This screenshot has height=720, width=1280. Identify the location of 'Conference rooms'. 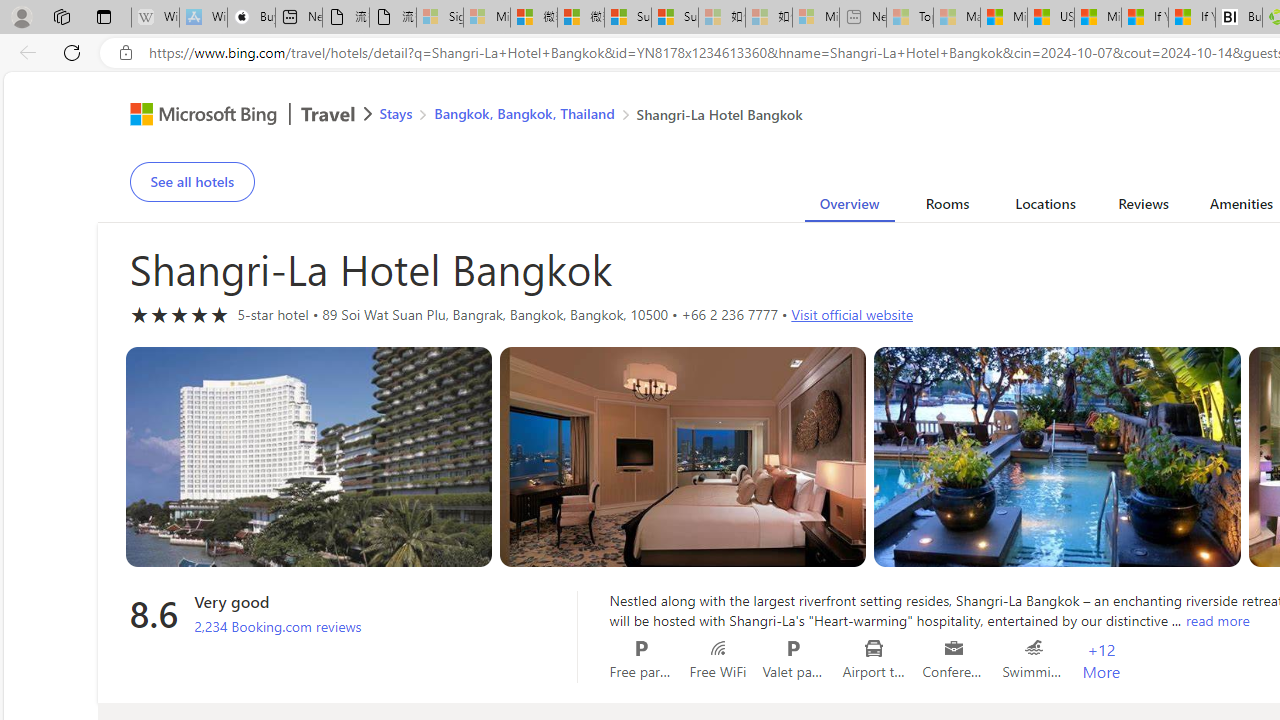
(953, 648).